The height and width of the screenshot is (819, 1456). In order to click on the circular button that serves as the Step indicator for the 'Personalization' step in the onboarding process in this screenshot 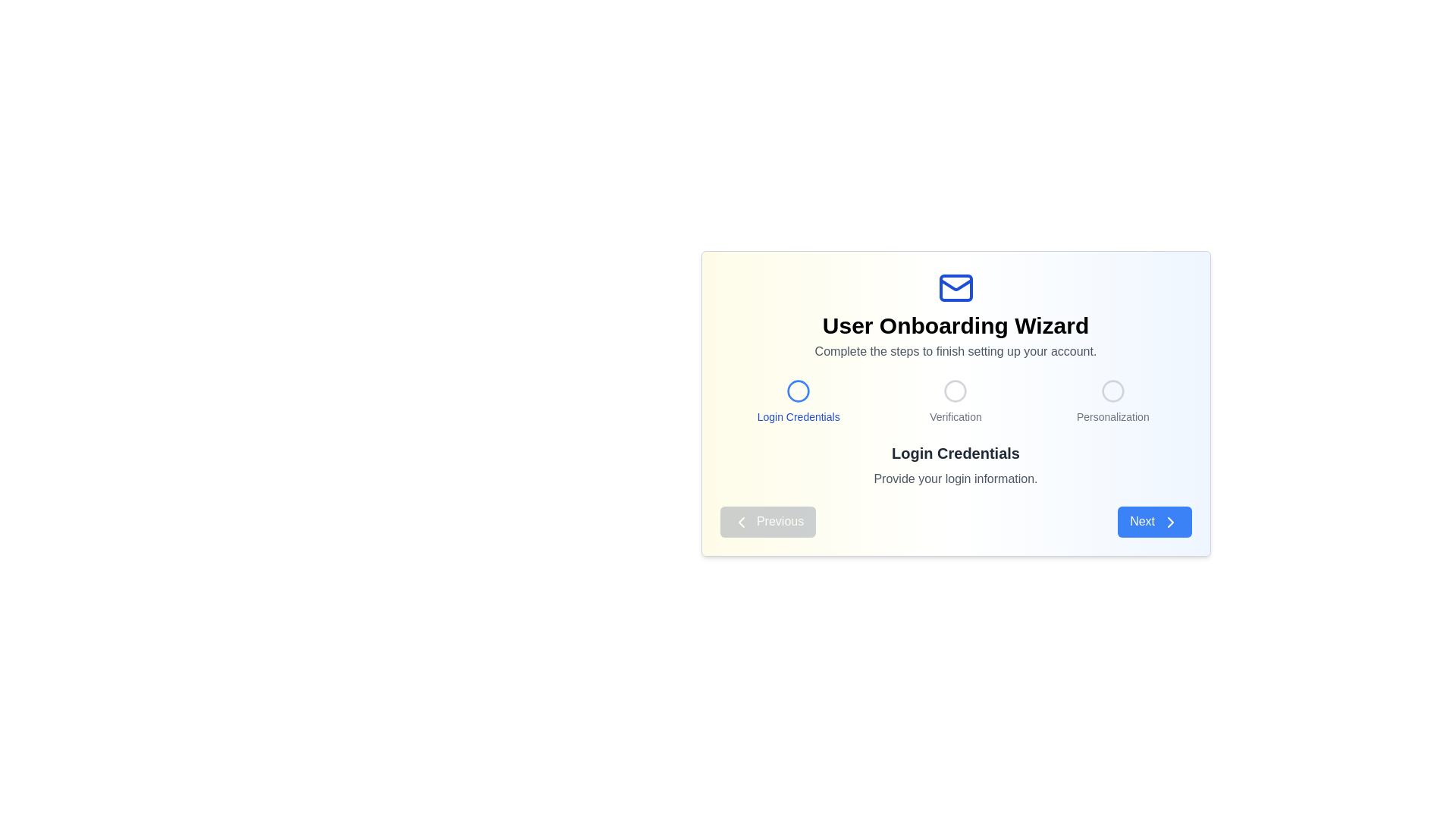, I will do `click(1112, 391)`.